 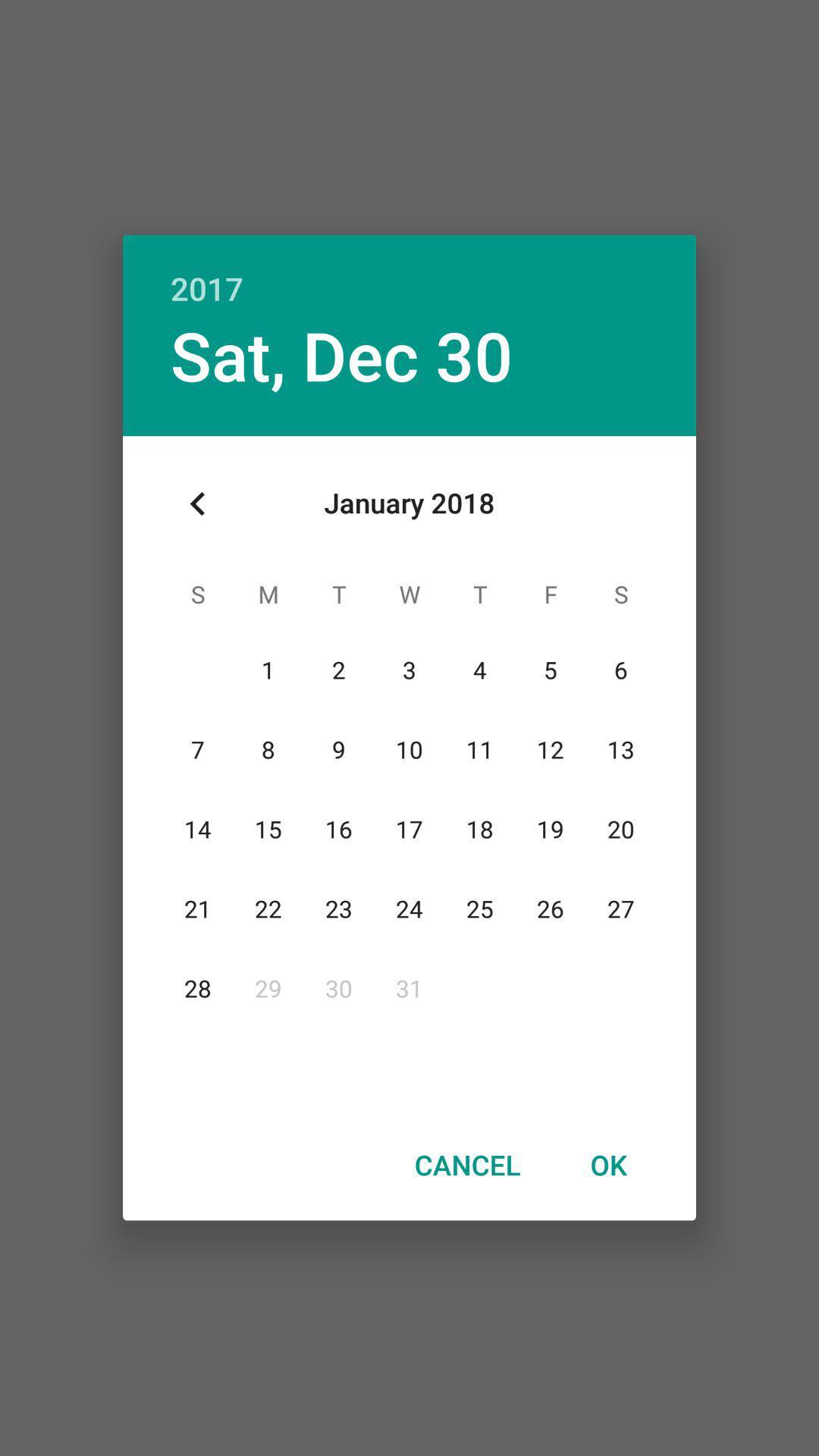 I want to click on item at the bottom right corner, so click(x=607, y=1164).